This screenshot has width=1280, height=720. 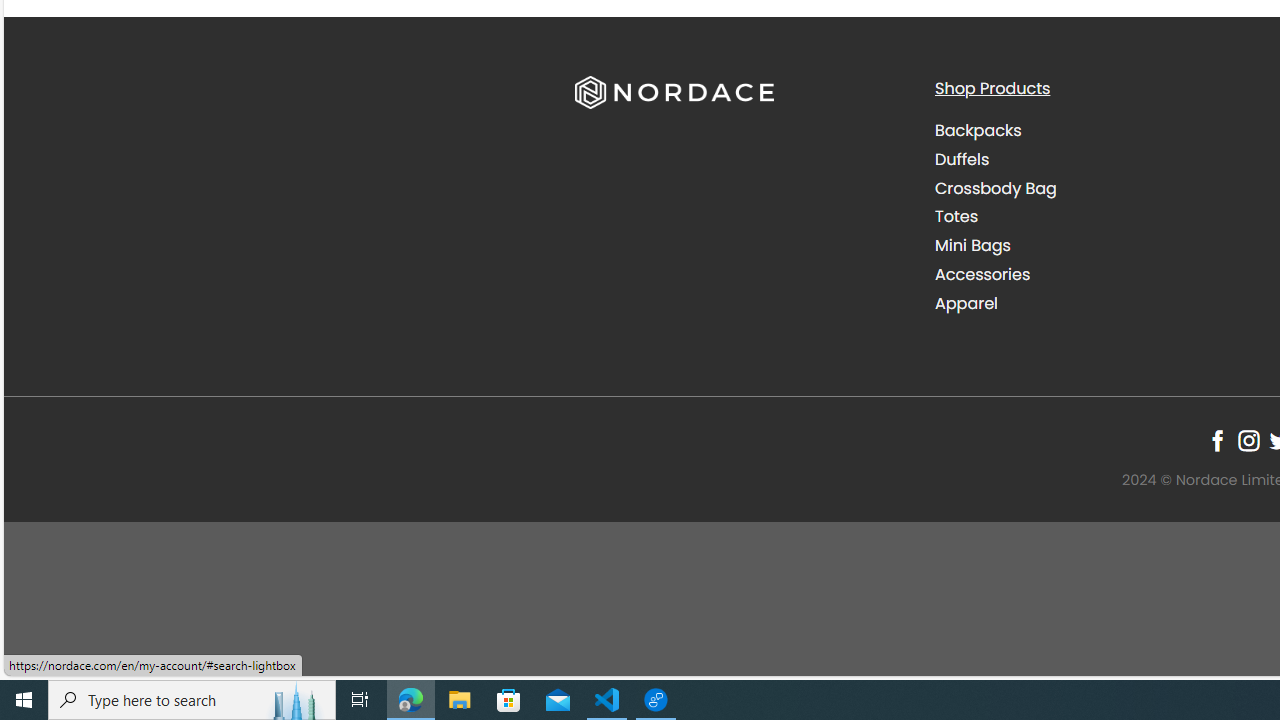 I want to click on 'Follow on Instagram', so click(x=1247, y=440).